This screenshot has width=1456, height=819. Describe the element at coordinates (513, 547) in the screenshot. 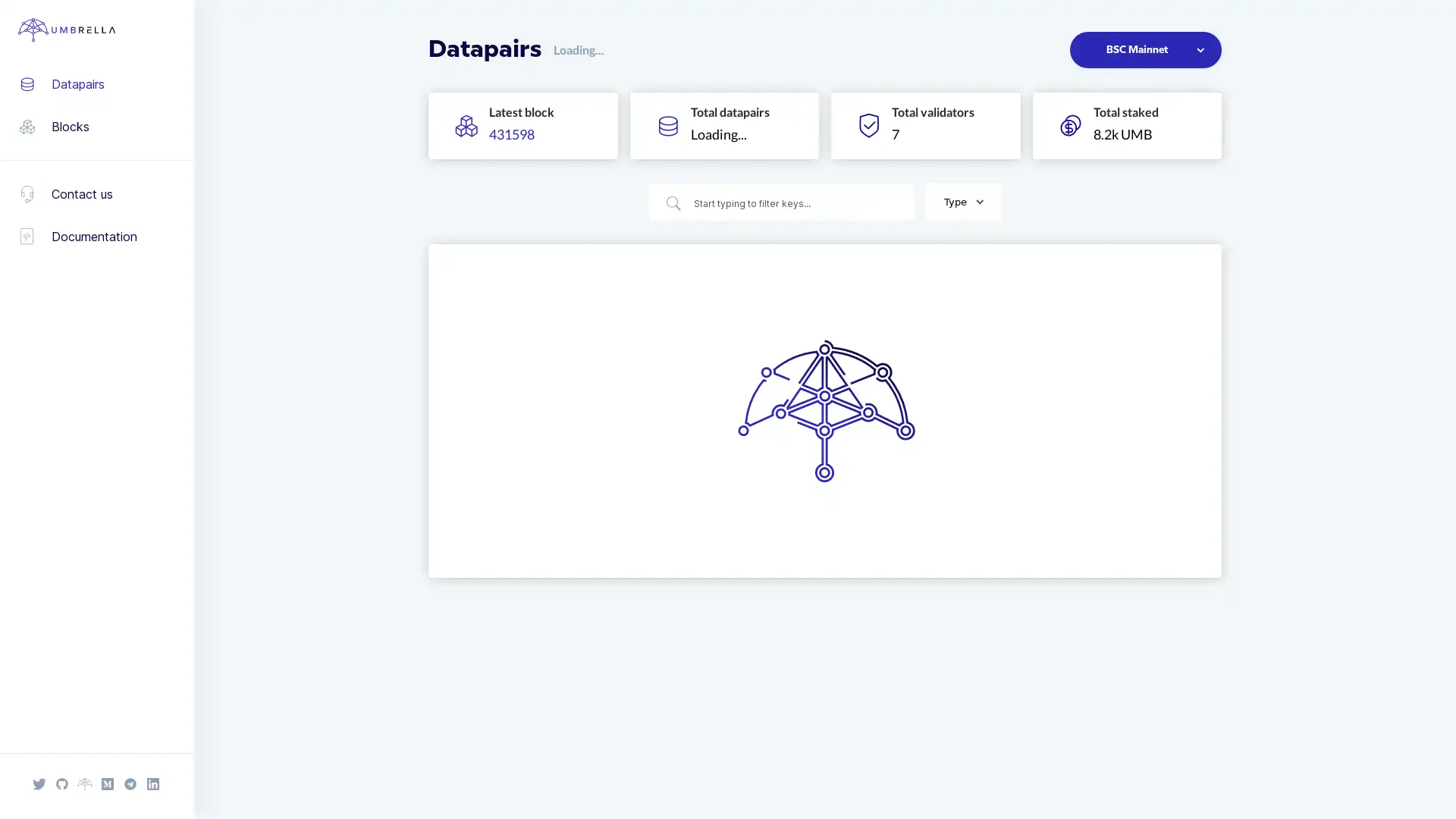

I see `Go to page 2` at that location.